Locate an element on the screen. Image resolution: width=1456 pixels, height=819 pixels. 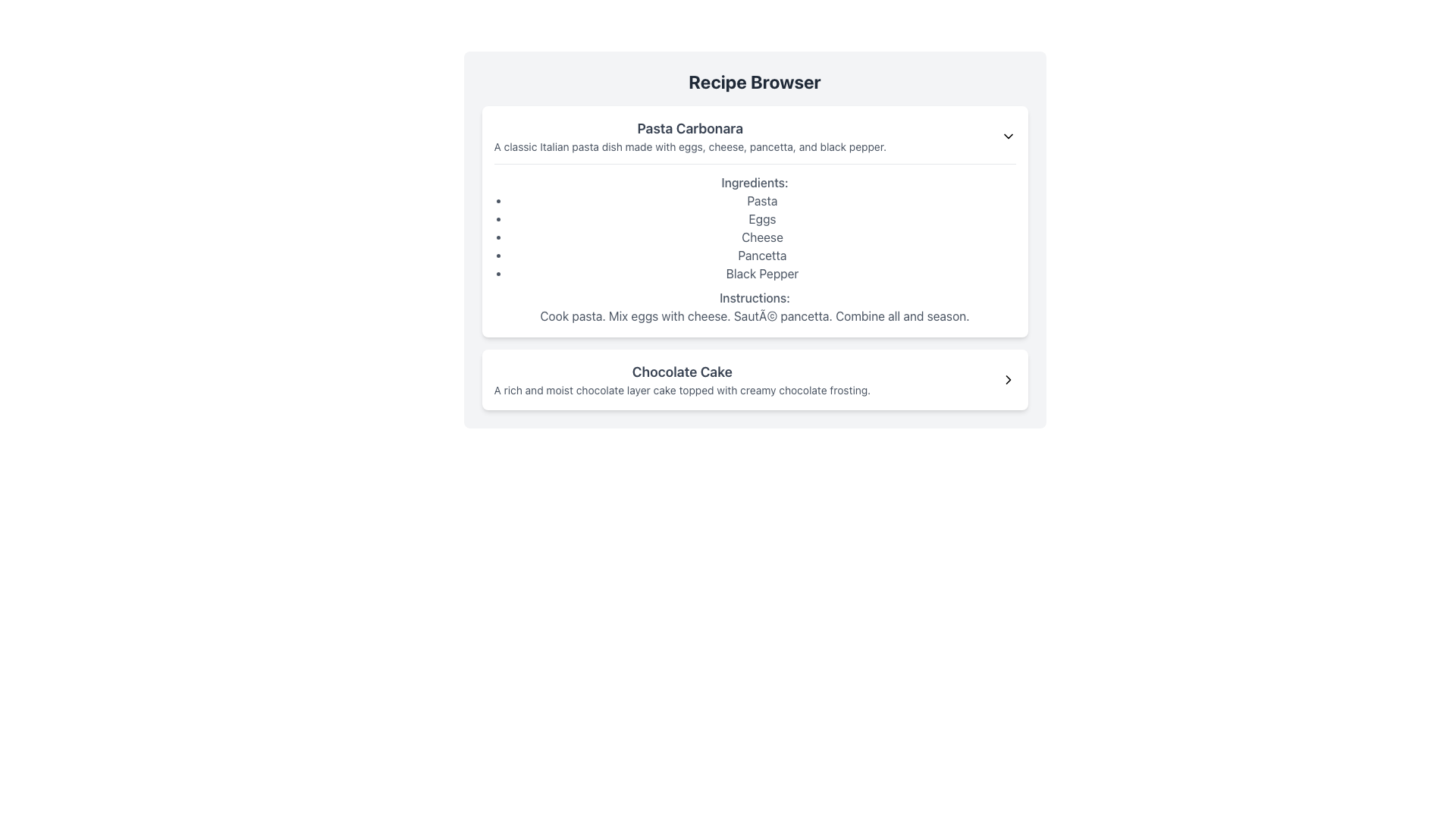
the Text label that serves as the title for the ingredients section of the 'Pasta Carbonara' recipe, which is positioned at the top-center of the interface is located at coordinates (755, 181).